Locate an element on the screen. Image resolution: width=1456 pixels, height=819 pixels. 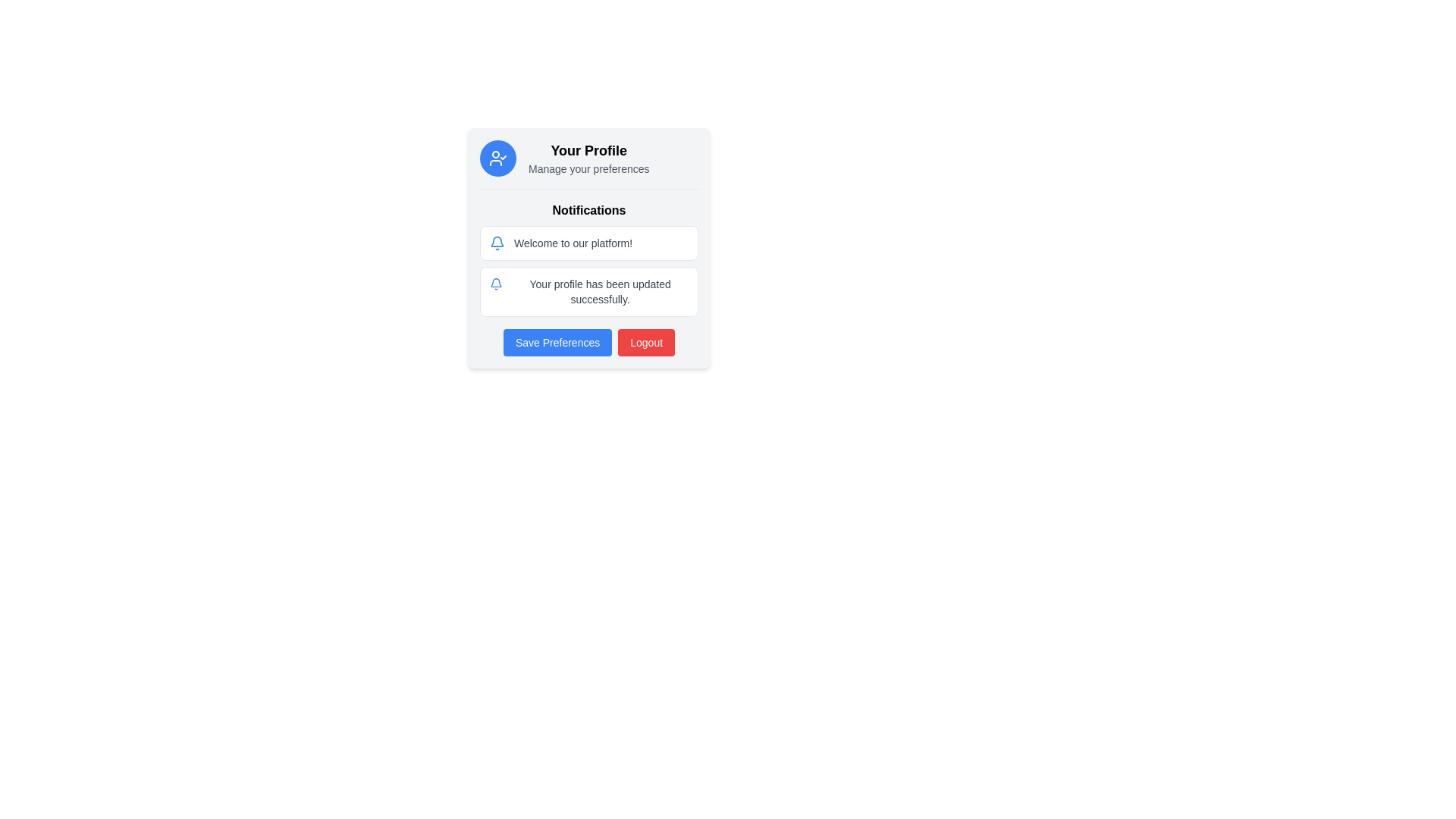
informative text block that displays 'Your Profile' and 'Manage your preferences', located above the 'Save Preferences' and 'Logout' buttons, positioned in the top part of the central panel is located at coordinates (588, 158).